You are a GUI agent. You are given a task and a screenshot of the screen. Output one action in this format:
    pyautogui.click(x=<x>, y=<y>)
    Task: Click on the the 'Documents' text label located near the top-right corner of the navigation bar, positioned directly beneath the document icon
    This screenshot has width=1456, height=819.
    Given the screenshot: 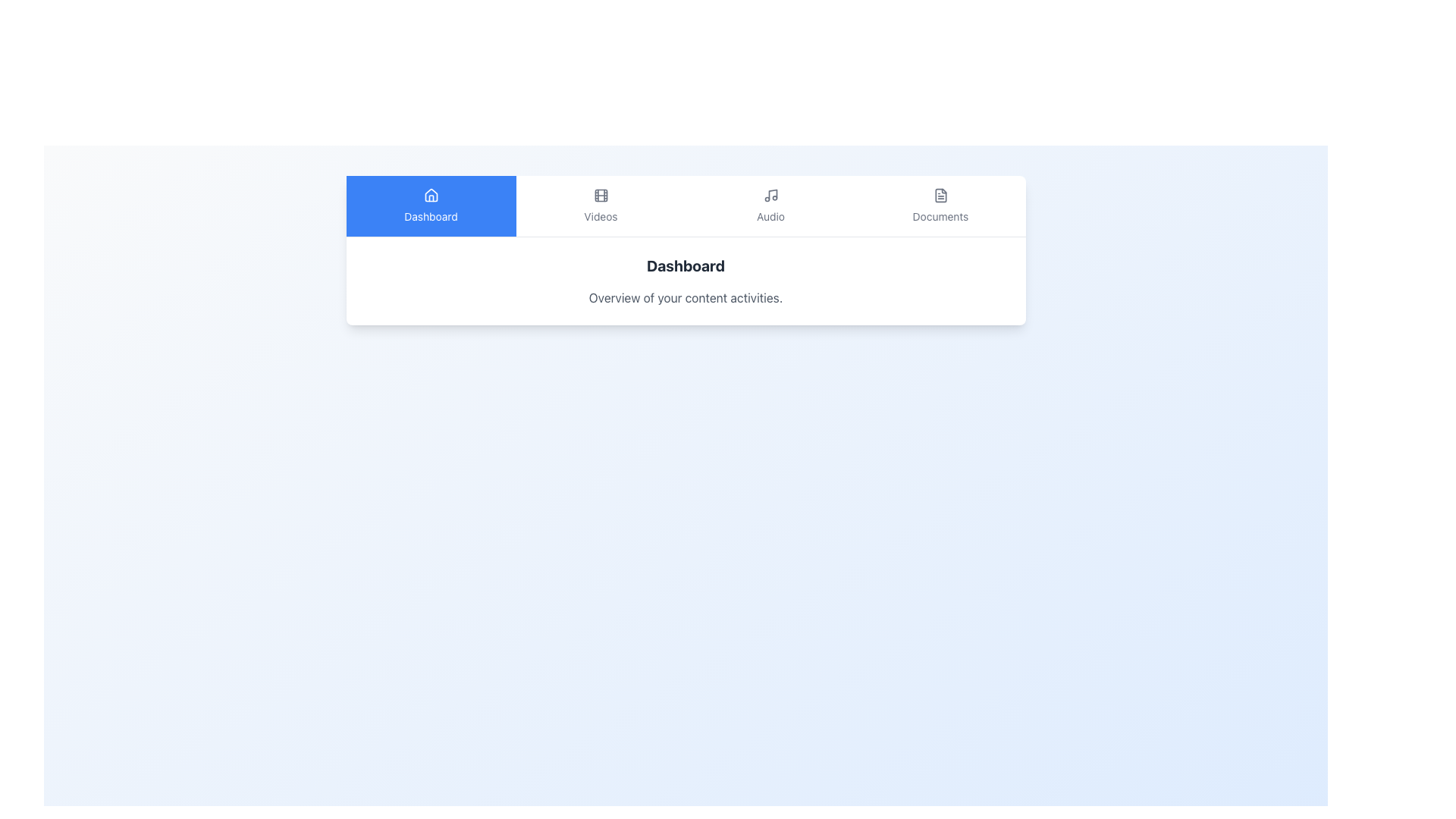 What is the action you would take?
    pyautogui.click(x=940, y=216)
    